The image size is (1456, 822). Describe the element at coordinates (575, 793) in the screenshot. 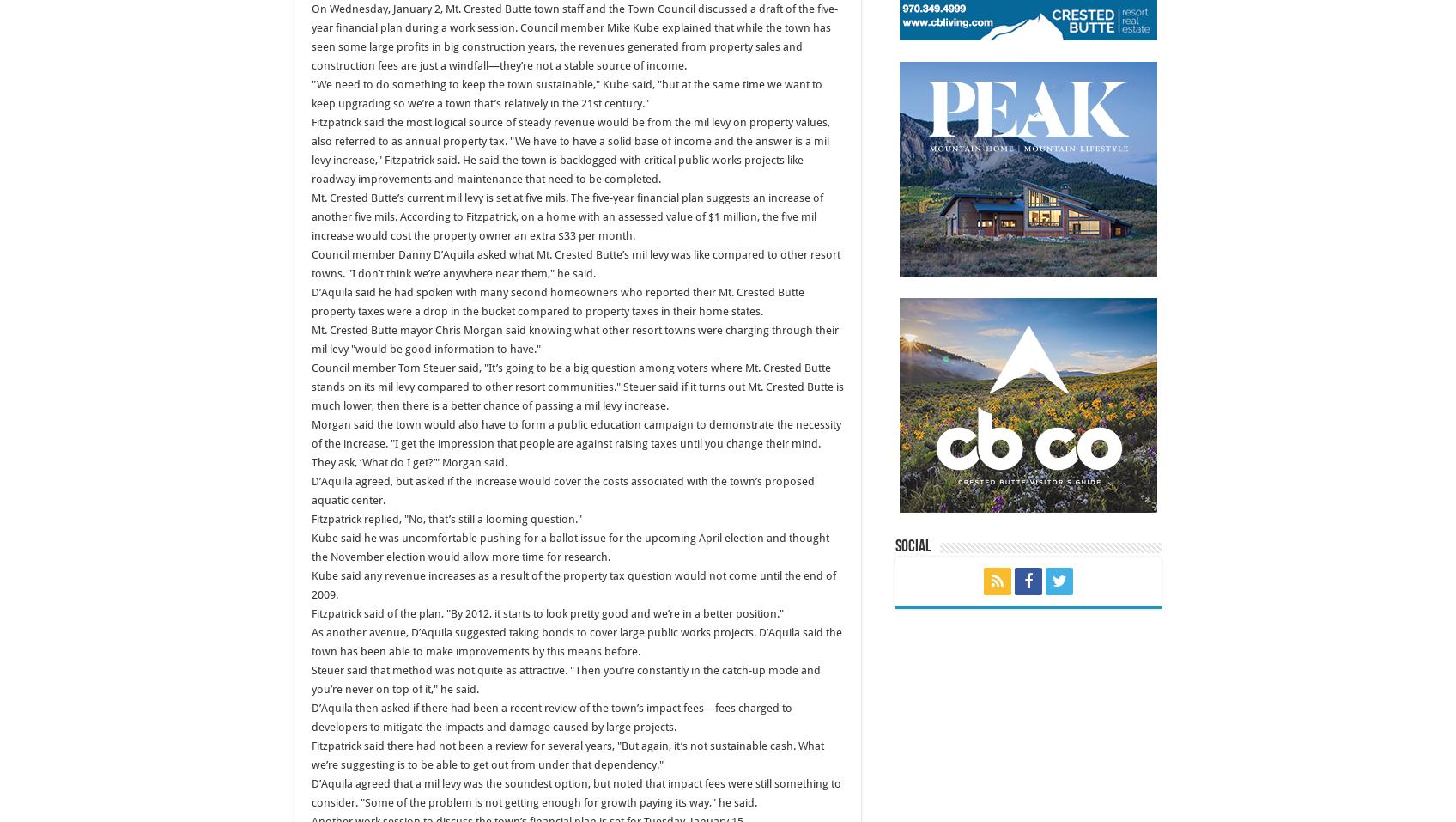

I see `'D’Aquila agreed that a mil levy was the soundest option, but noted that impact fees were still something to consider. "Some of the problem is not getting enough for growth paying its way," he said.'` at that location.